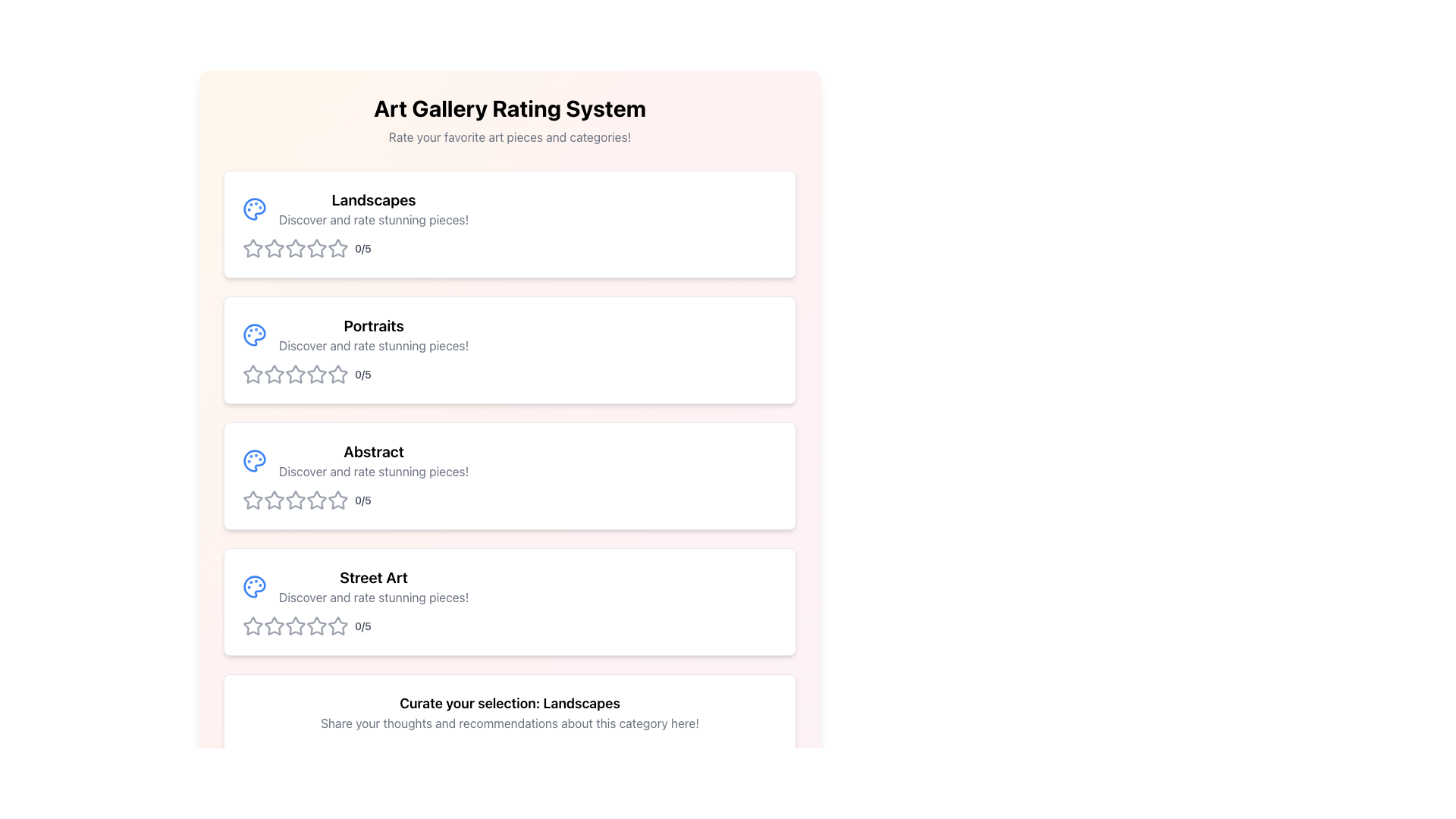  What do you see at coordinates (510, 500) in the screenshot?
I see `current rating displayed on the rating component, which shows '0/5' next to the outlined stars` at bounding box center [510, 500].